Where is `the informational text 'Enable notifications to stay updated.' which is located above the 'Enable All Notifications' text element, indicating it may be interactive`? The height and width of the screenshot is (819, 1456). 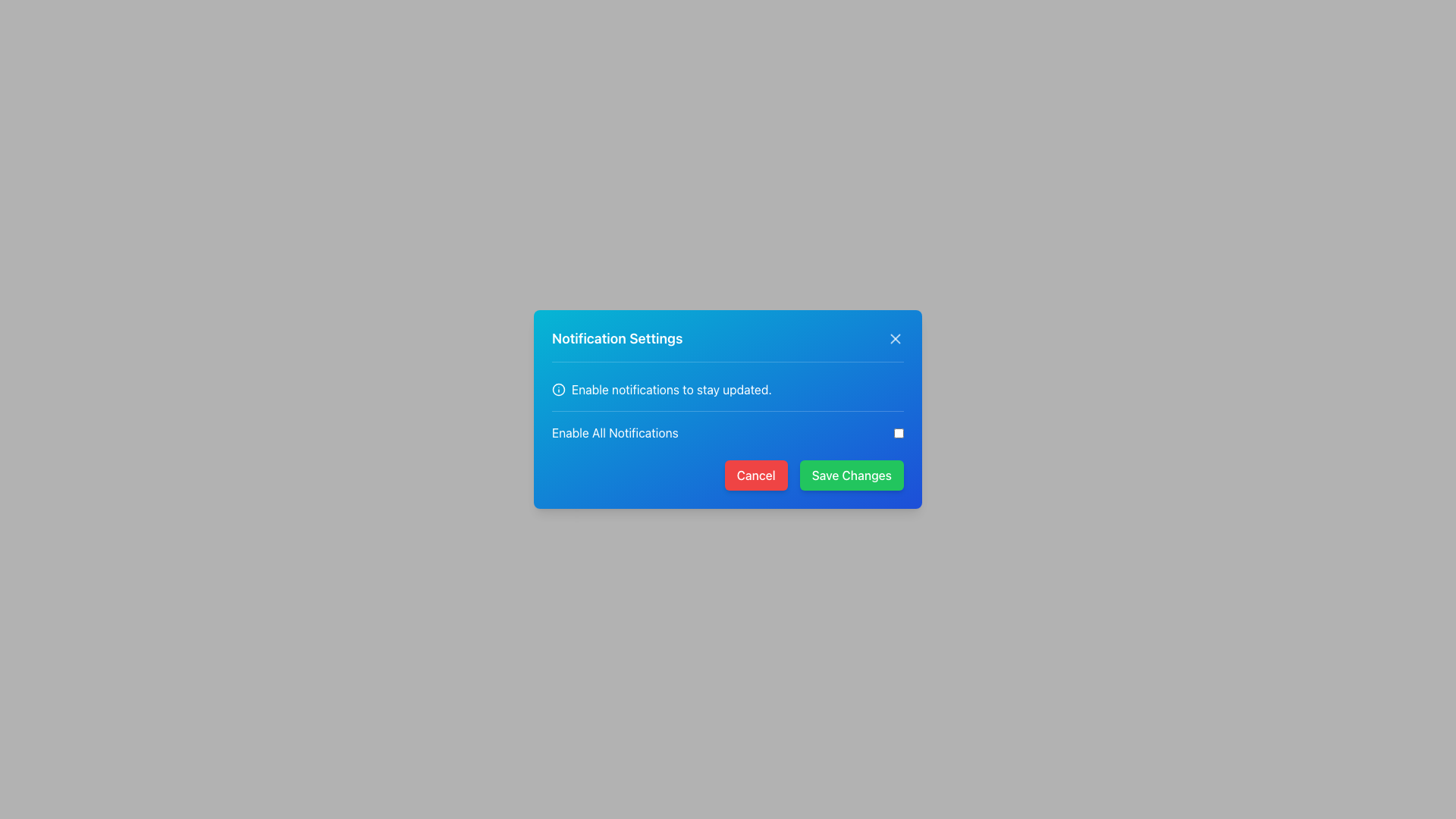 the informational text 'Enable notifications to stay updated.' which is located above the 'Enable All Notifications' text element, indicating it may be interactive is located at coordinates (728, 388).